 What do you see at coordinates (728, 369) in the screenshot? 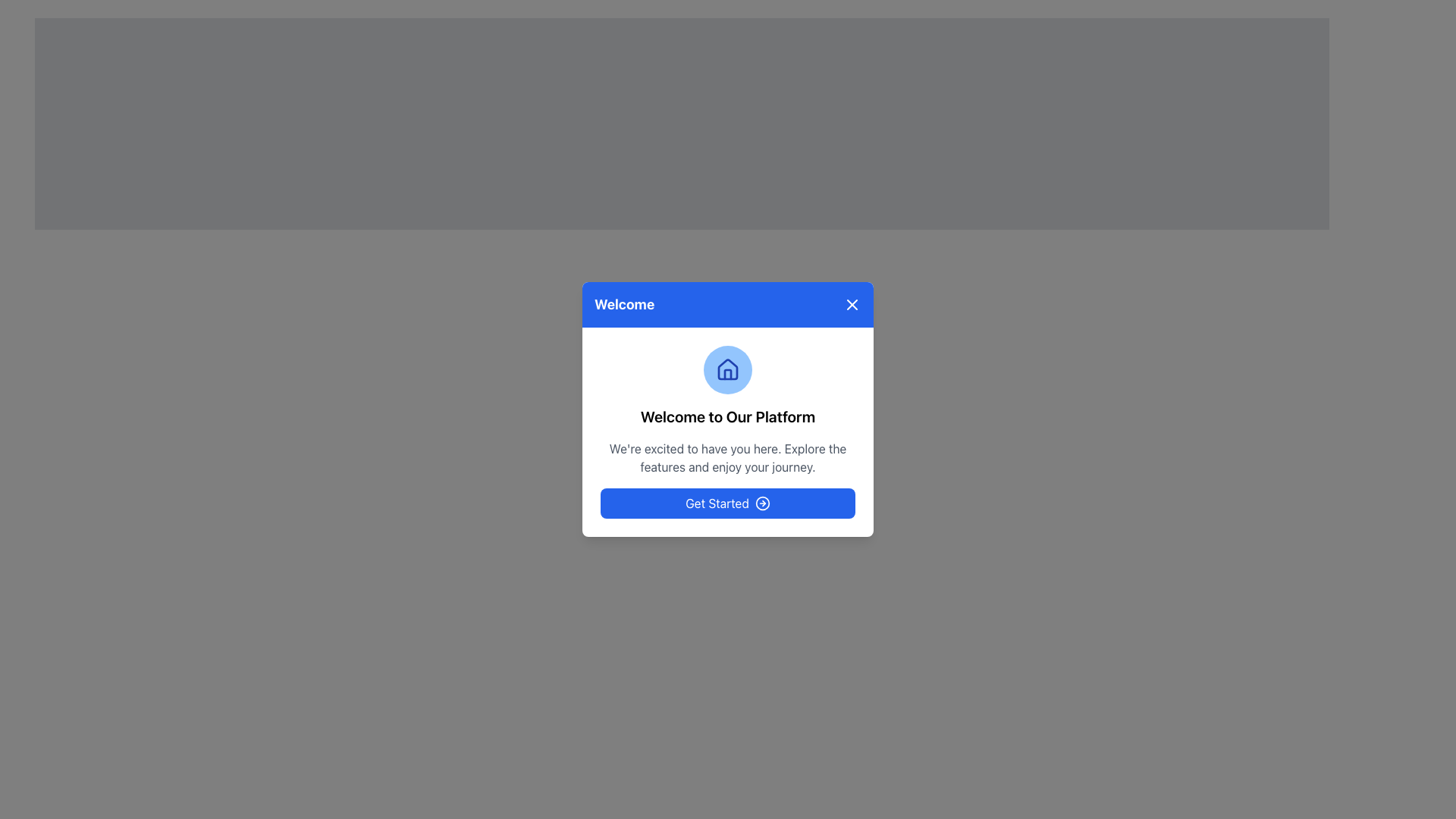
I see `the decorative 'home' SVG icon located centrally within the welcome dialog box, positioned below the title 'Welcome'` at bounding box center [728, 369].